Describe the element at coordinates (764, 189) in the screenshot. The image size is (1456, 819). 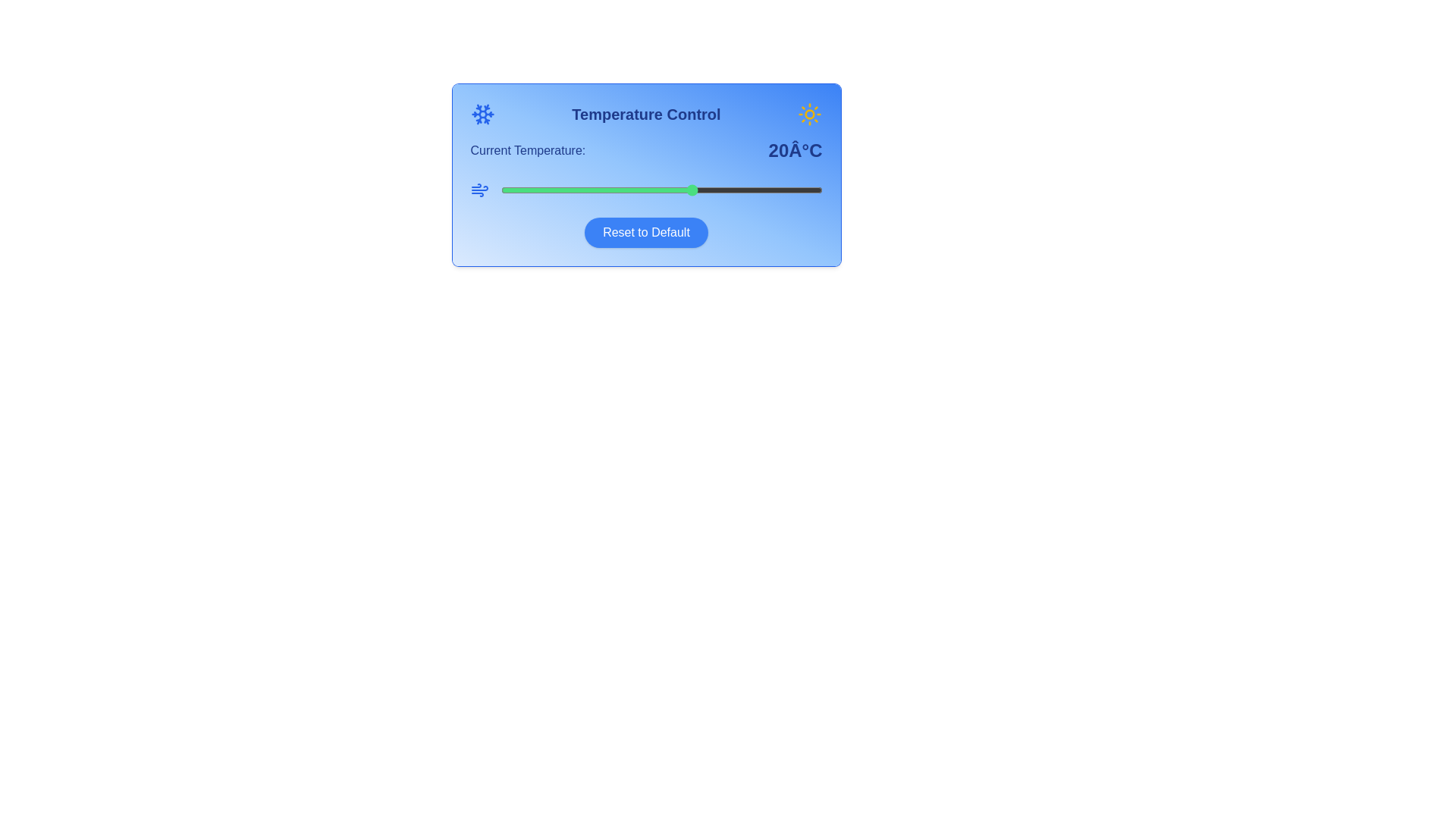
I see `the temperature slider` at that location.